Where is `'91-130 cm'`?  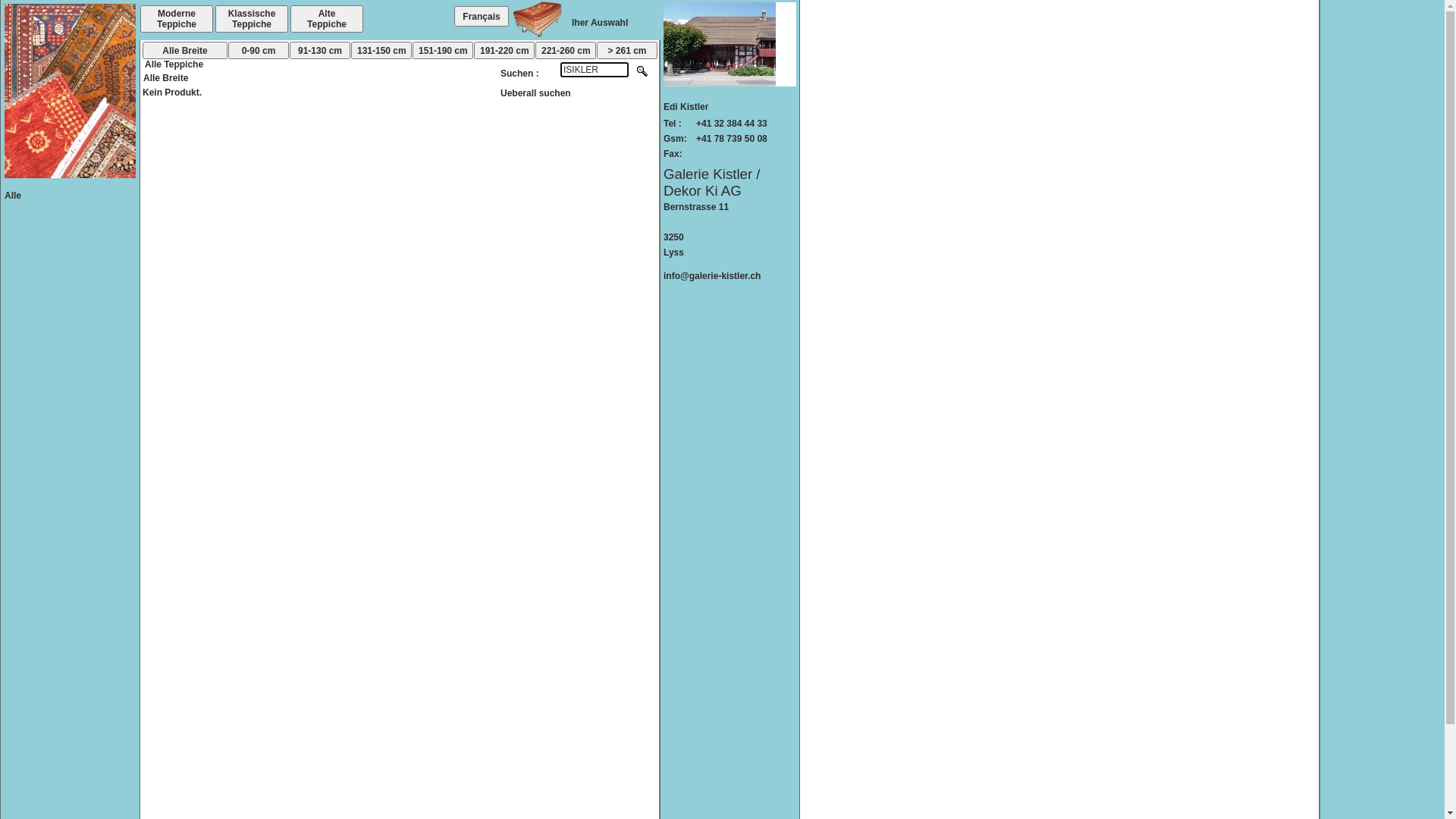
'91-130 cm' is located at coordinates (319, 49).